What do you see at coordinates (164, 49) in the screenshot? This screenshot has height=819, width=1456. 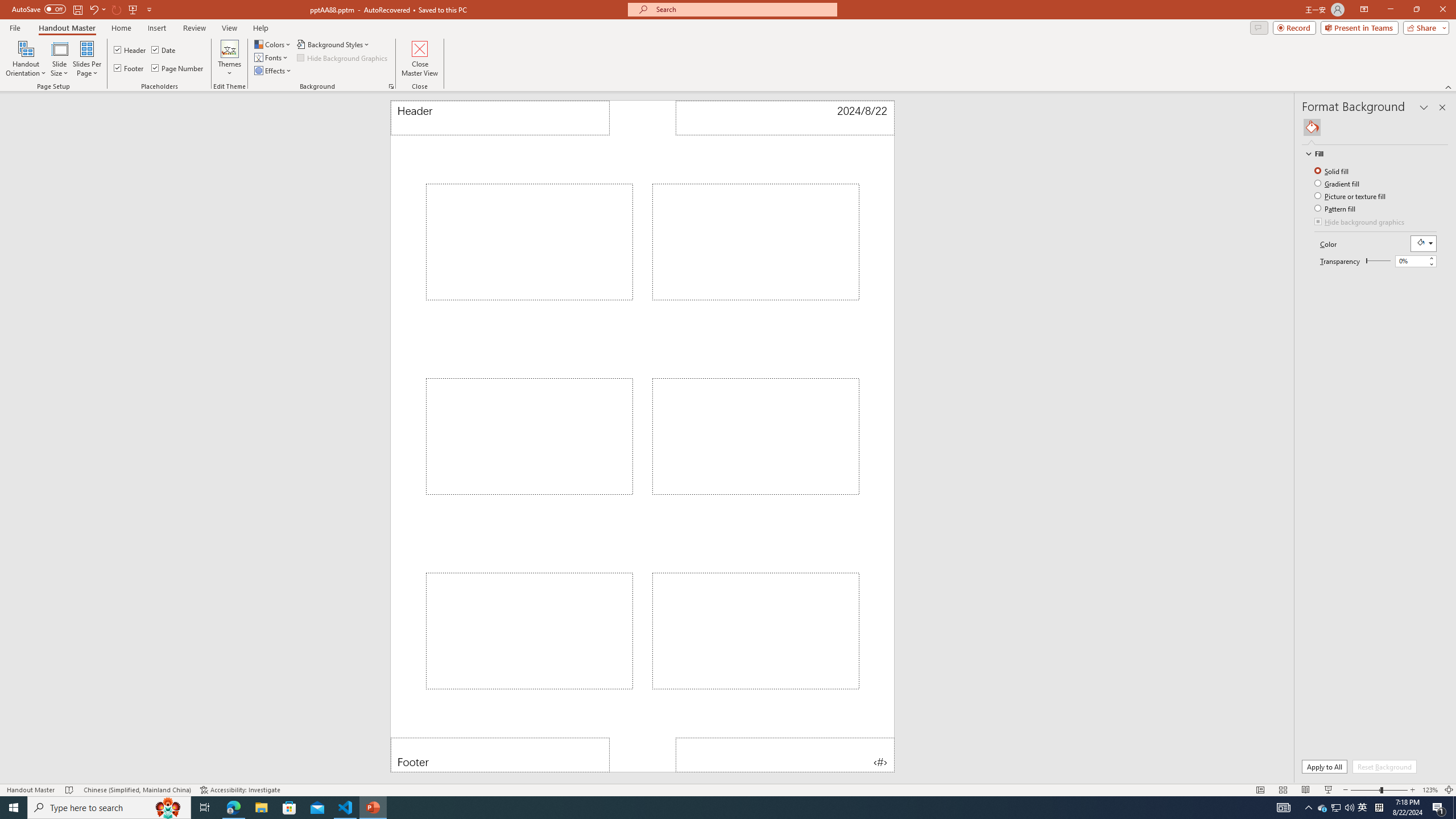 I see `'Date'` at bounding box center [164, 49].